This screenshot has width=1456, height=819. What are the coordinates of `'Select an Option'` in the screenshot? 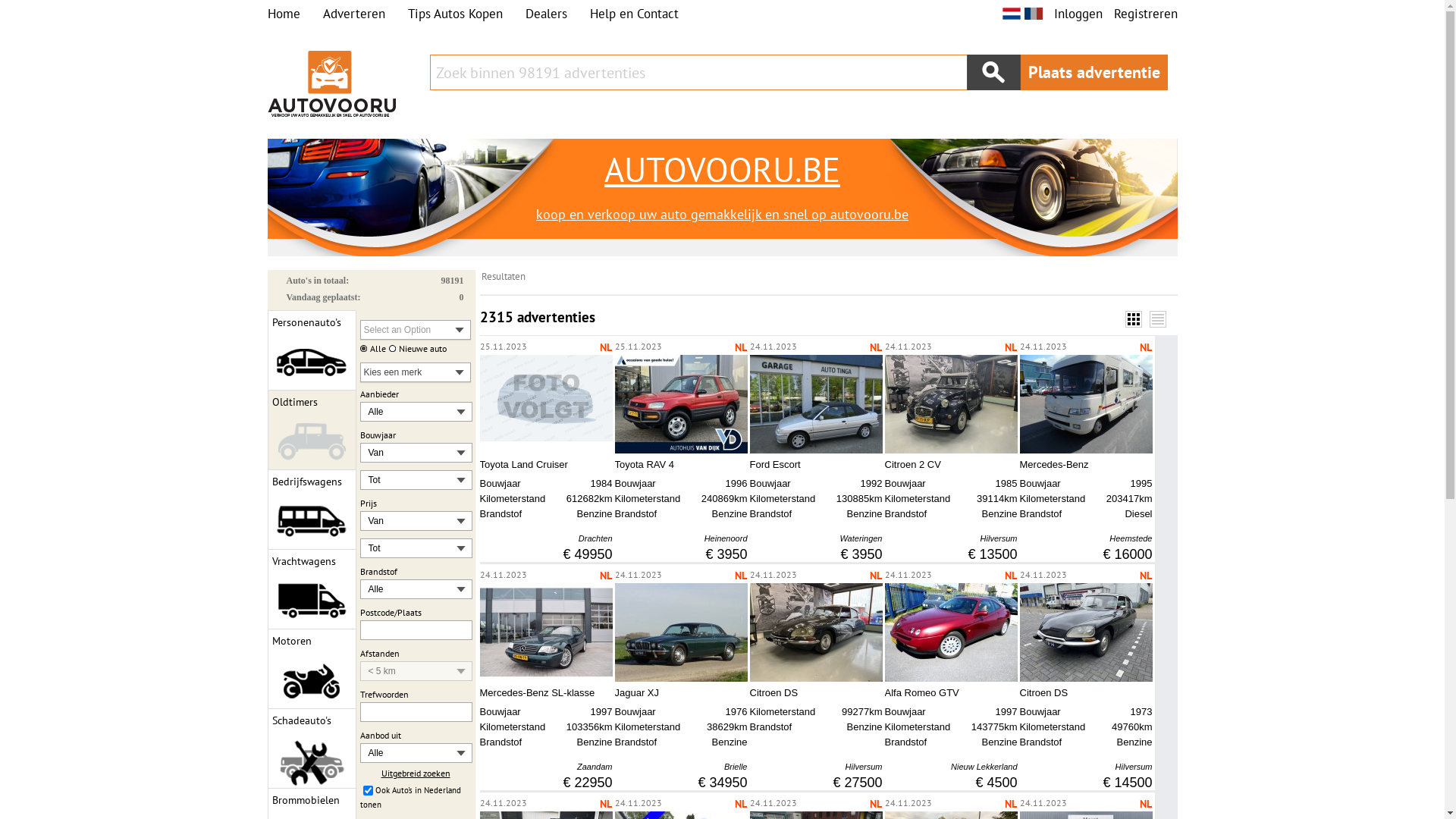 It's located at (415, 329).